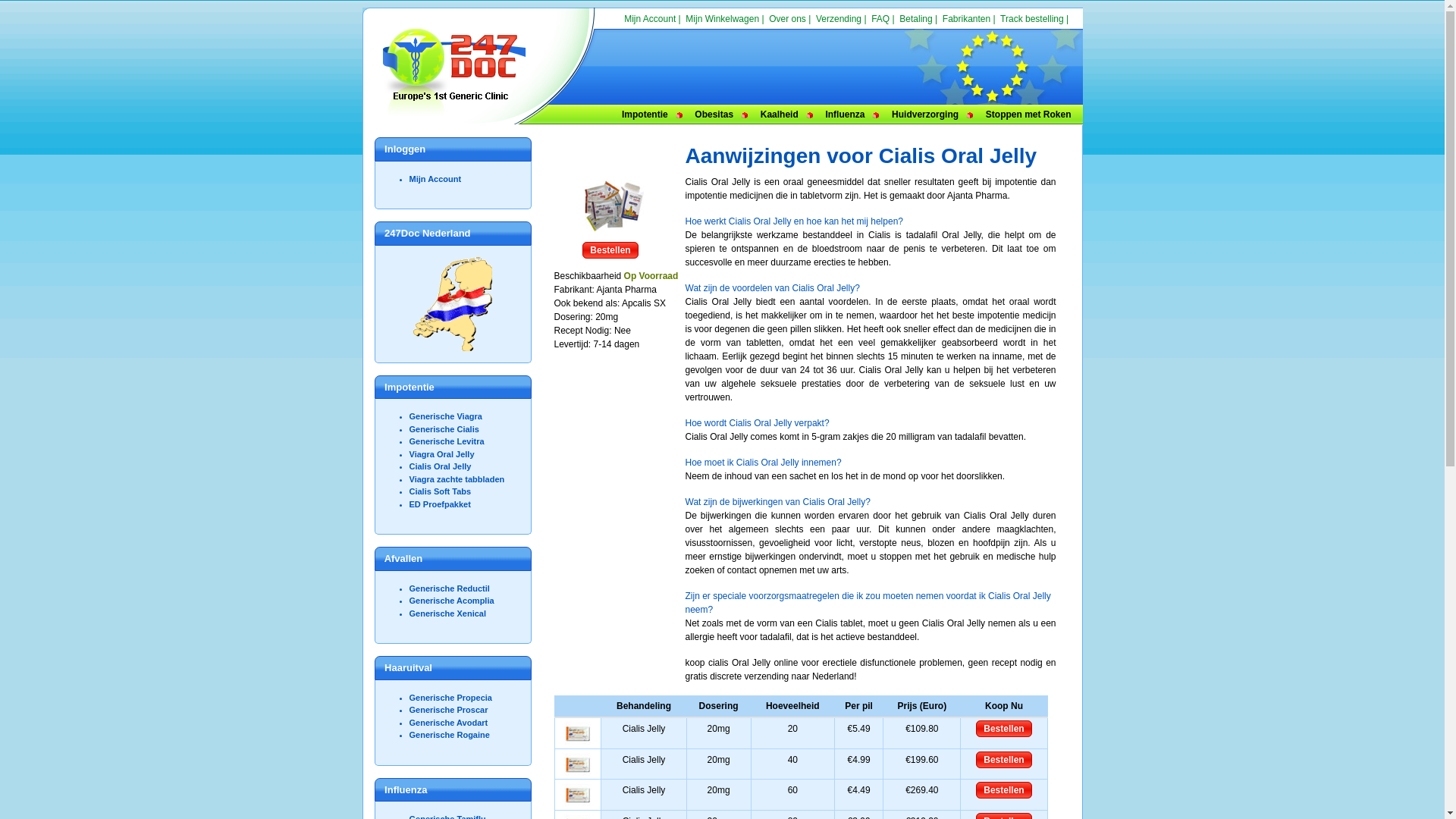  I want to click on 'Generische Propecia', so click(450, 698).